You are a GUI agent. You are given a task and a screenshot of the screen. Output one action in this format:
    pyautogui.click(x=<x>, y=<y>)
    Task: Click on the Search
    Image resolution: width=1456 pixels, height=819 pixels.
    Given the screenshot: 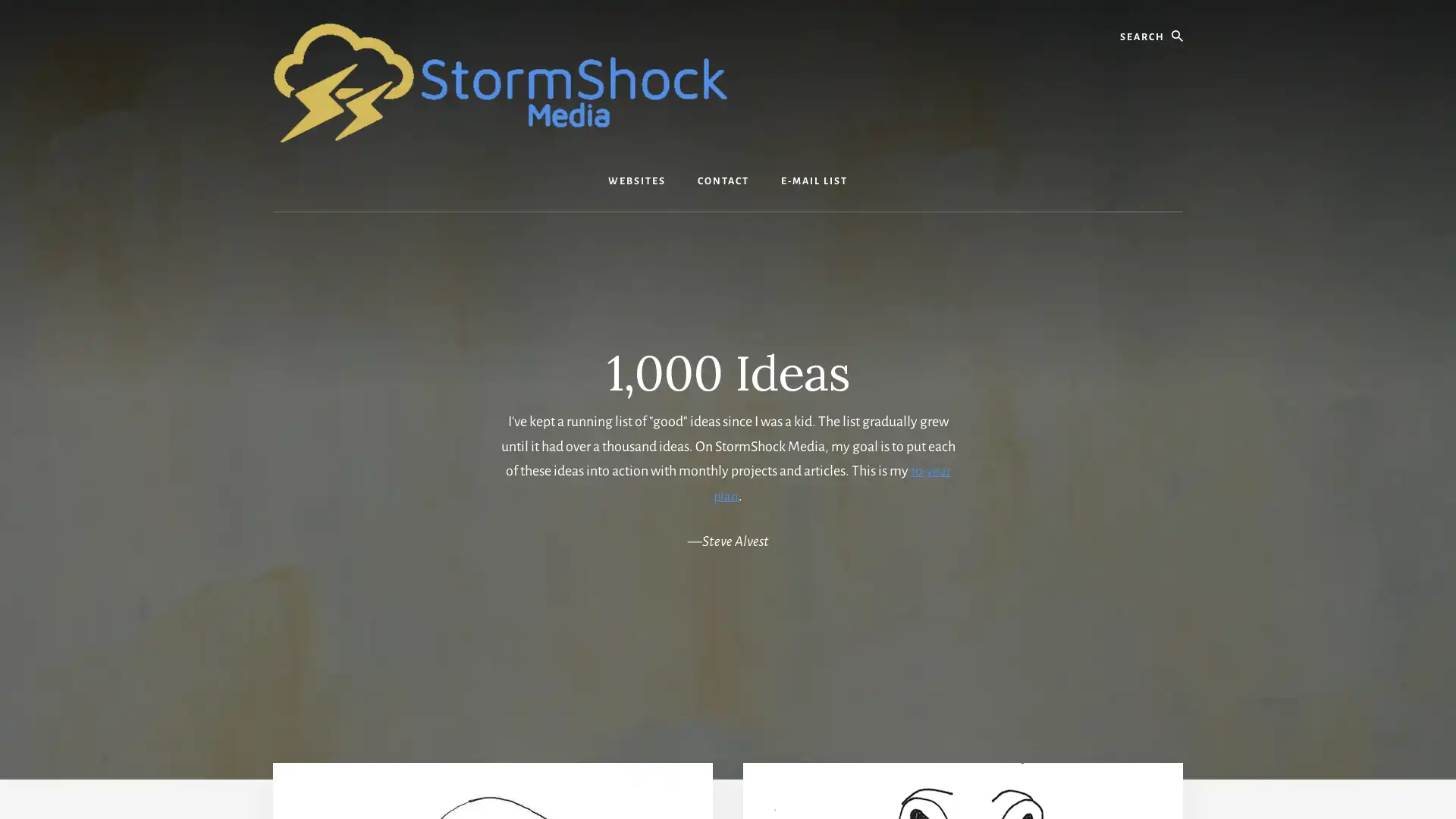 What is the action you would take?
    pyautogui.click(x=1181, y=14)
    